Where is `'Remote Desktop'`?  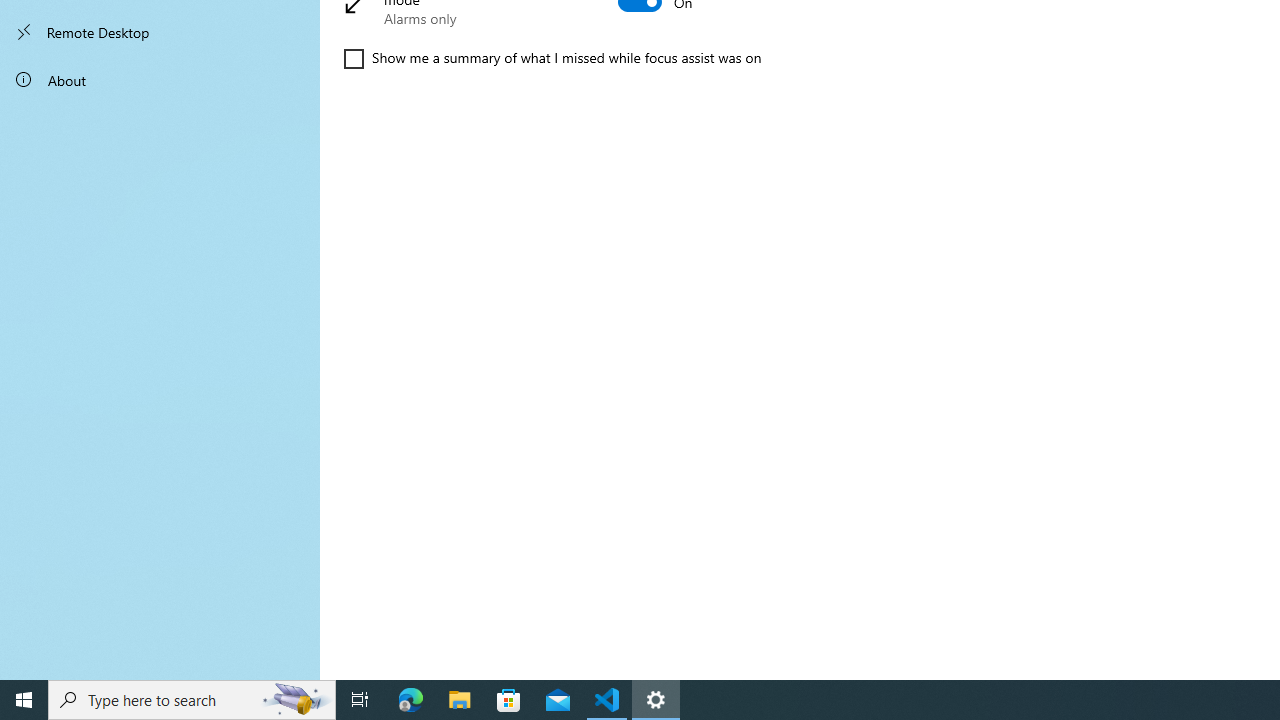 'Remote Desktop' is located at coordinates (160, 32).